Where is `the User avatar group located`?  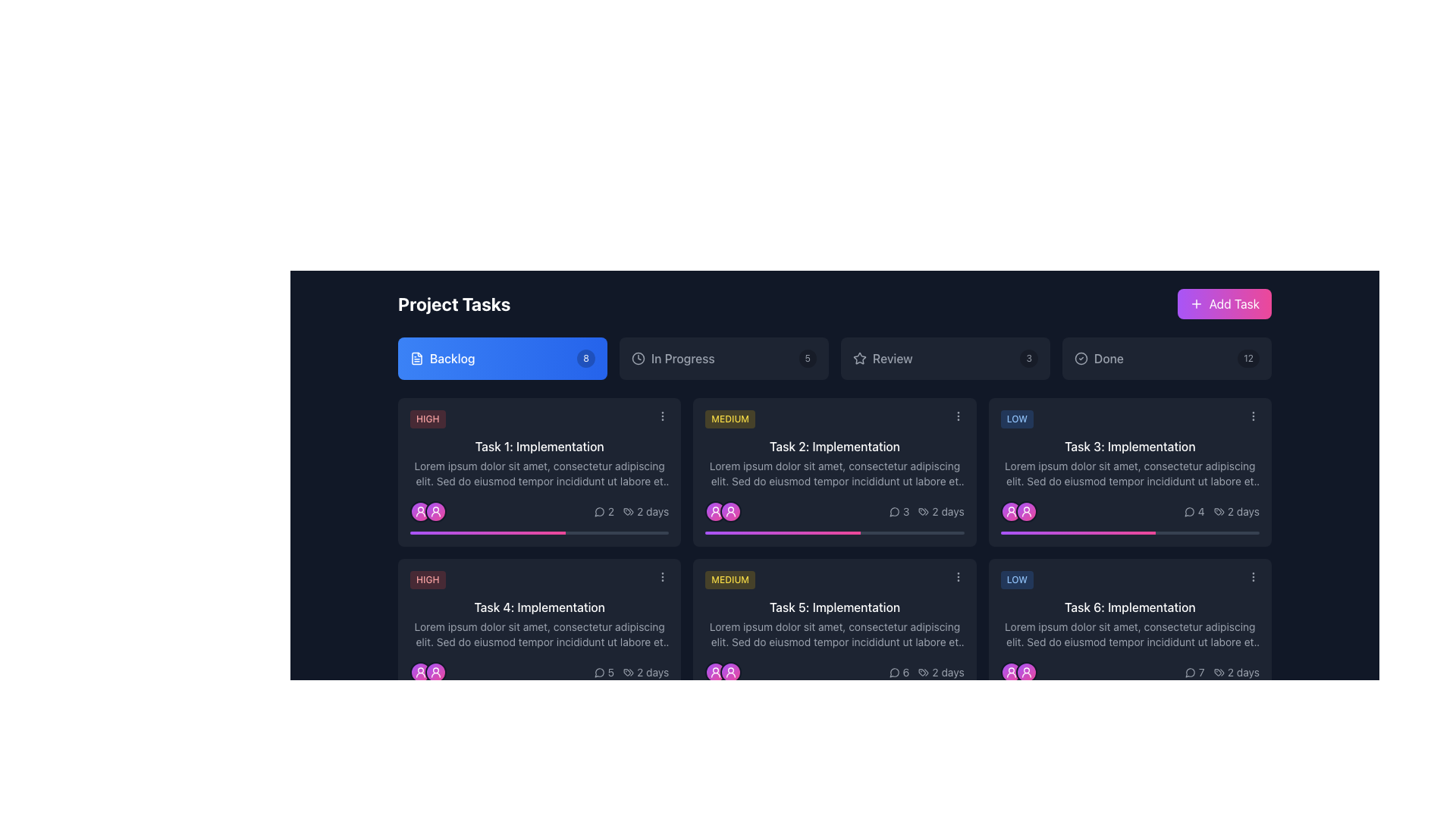 the User avatar group located is located at coordinates (1018, 512).